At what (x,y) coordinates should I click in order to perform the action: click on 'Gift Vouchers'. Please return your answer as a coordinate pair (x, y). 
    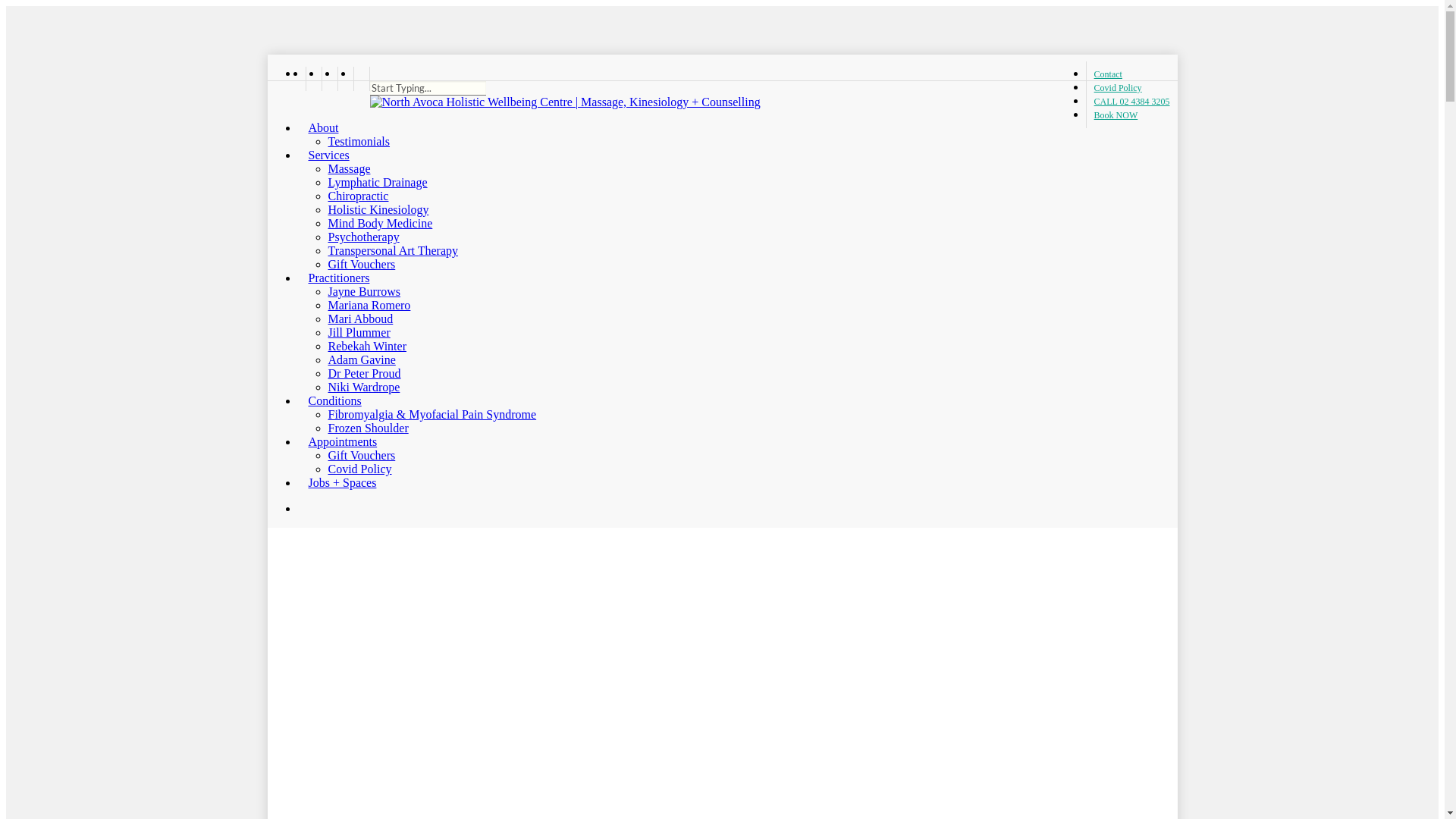
    Looking at the image, I should click on (360, 263).